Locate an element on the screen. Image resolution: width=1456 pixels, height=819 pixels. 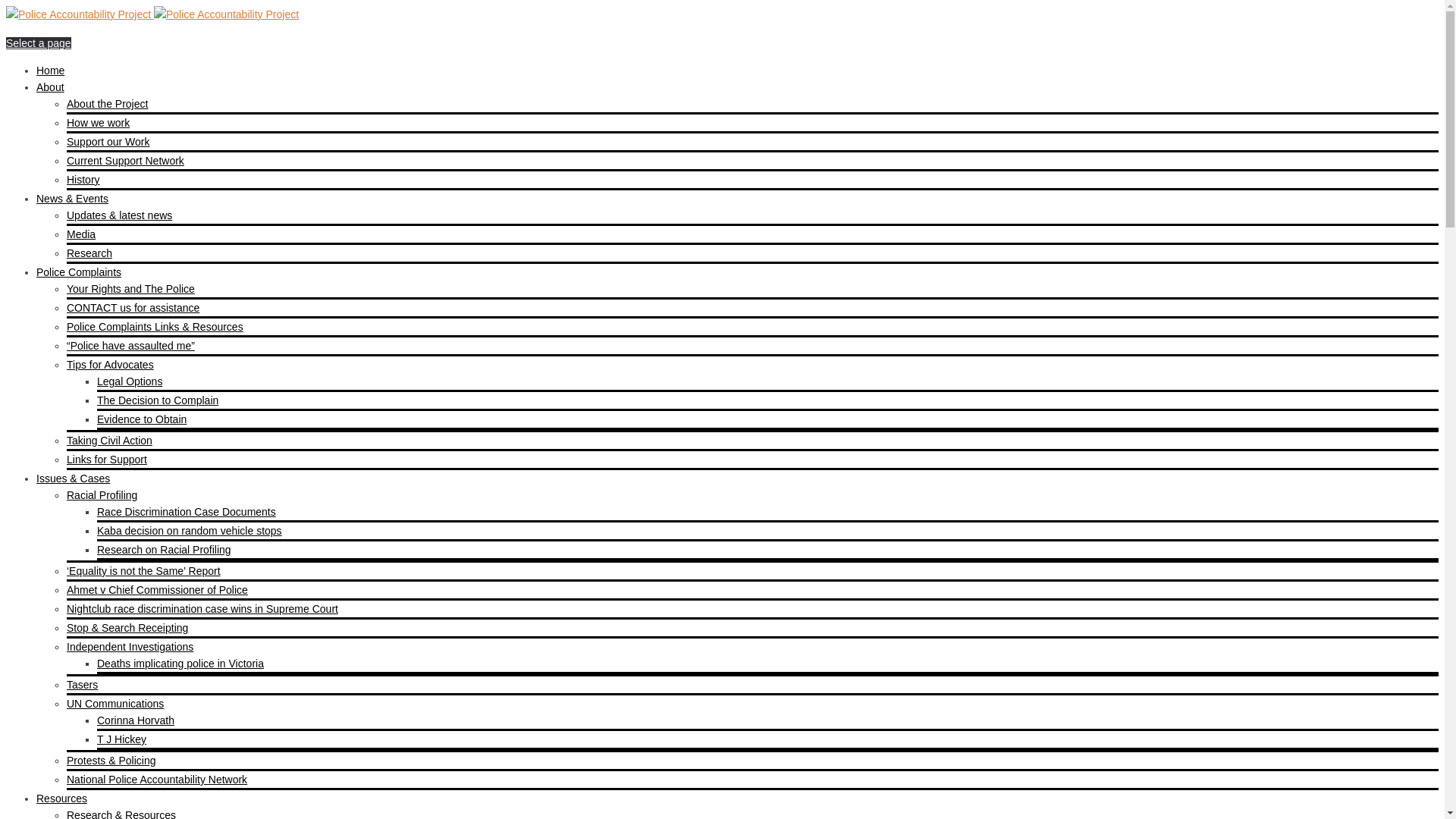
'Racial Profiling' is located at coordinates (101, 494).